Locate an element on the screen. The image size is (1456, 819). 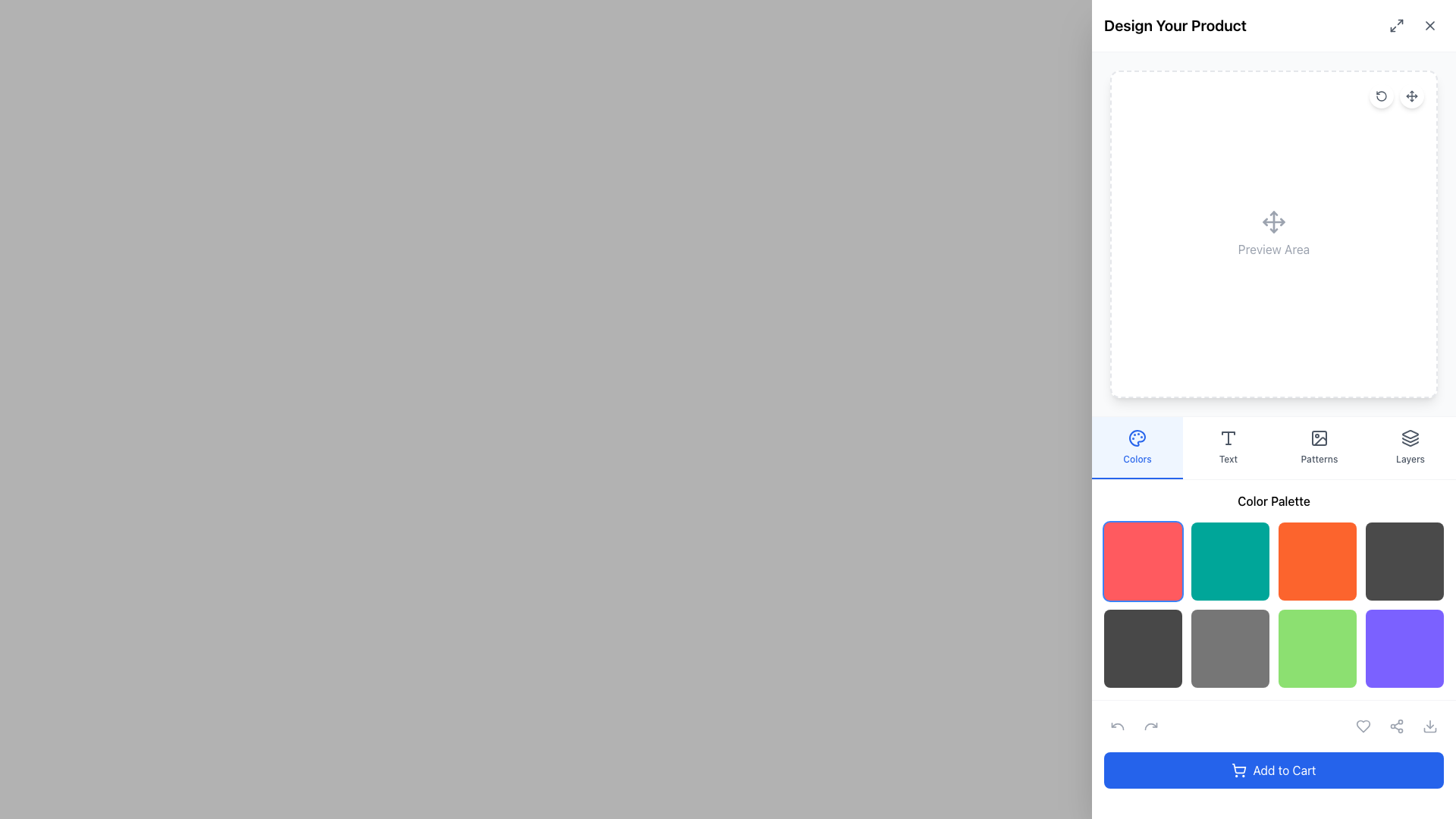
the move button located at the top-right corner of the design interface is located at coordinates (1411, 96).